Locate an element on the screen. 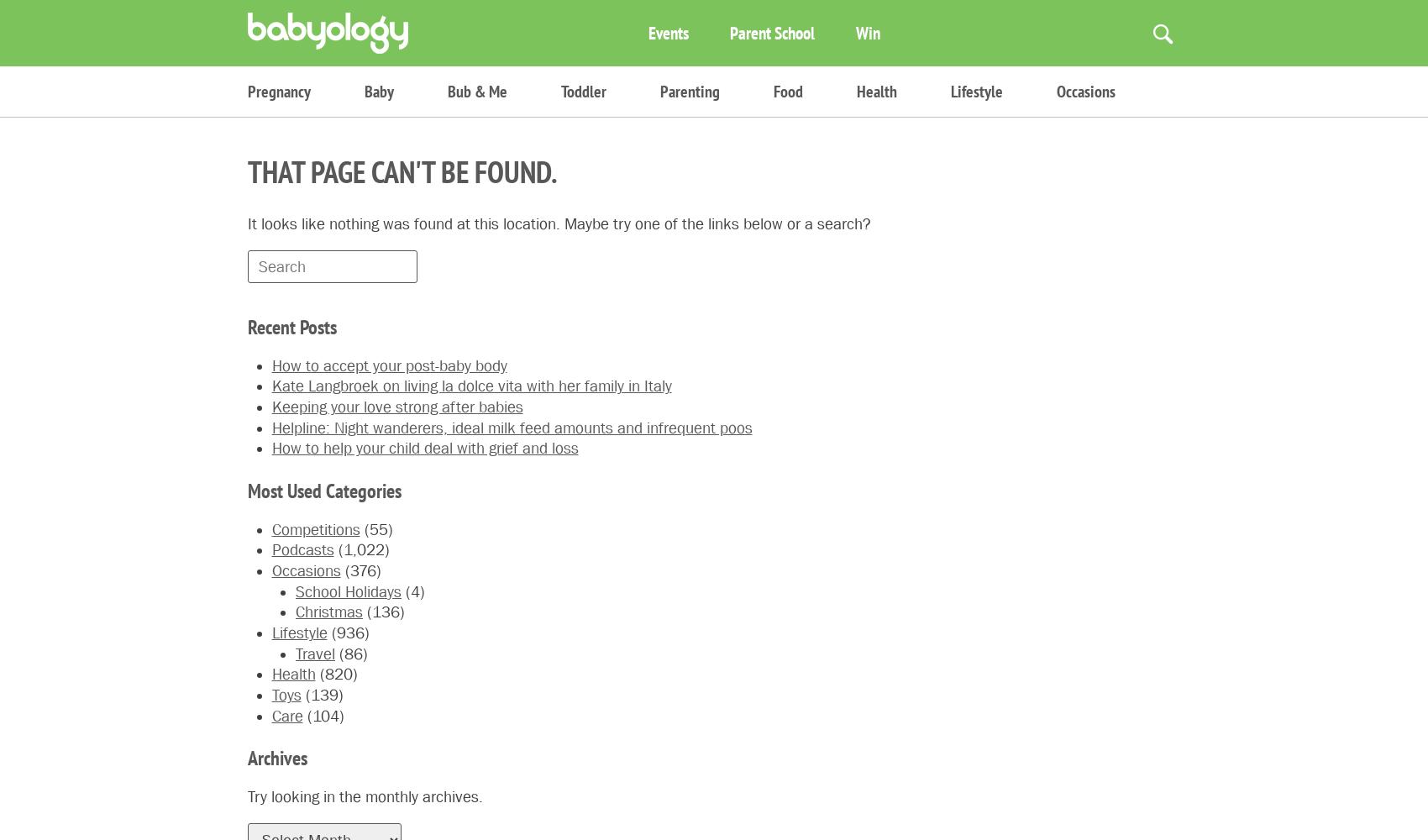  'Parenting' is located at coordinates (689, 91).